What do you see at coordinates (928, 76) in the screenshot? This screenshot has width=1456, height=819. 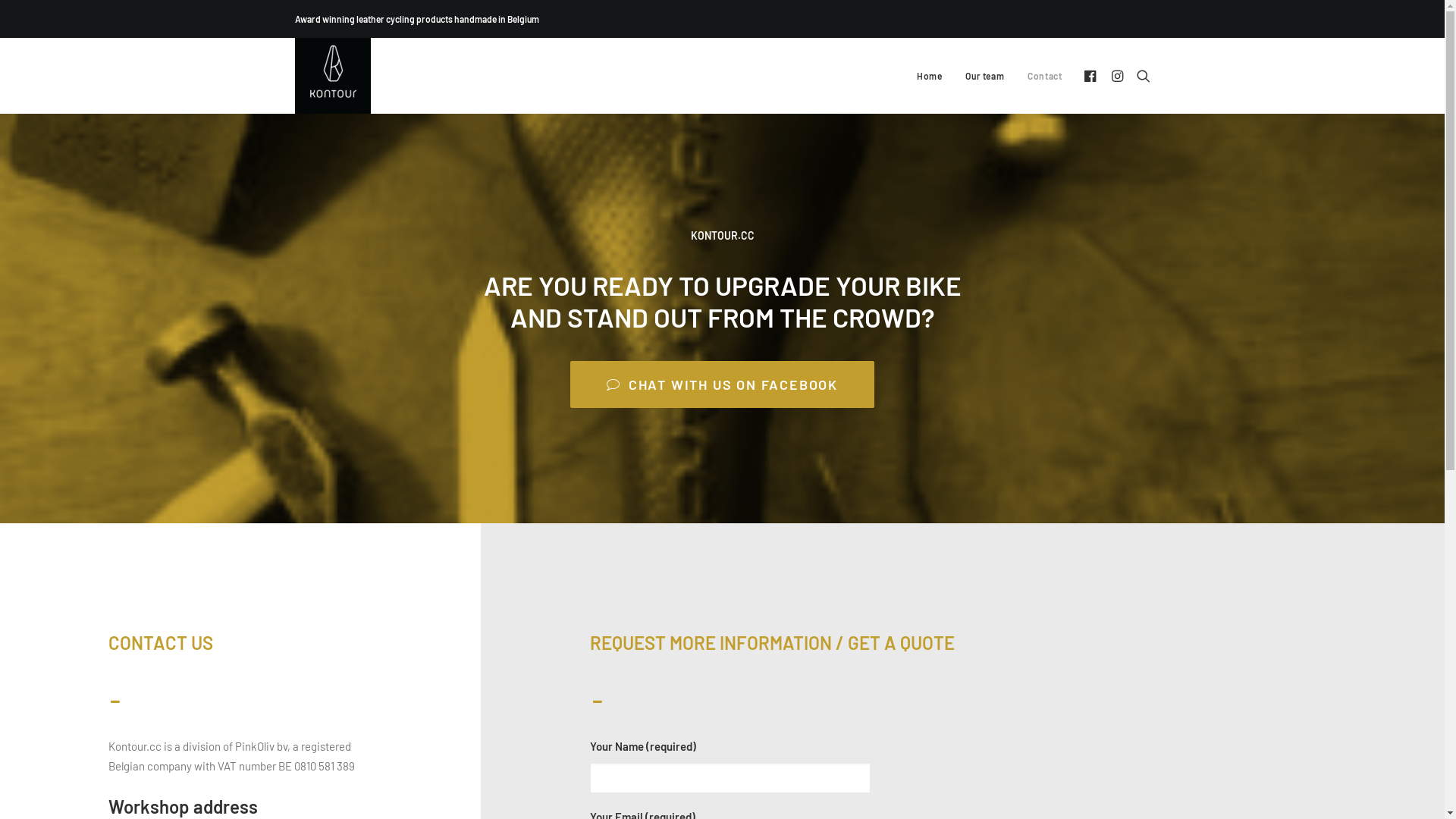 I see `'Home'` at bounding box center [928, 76].